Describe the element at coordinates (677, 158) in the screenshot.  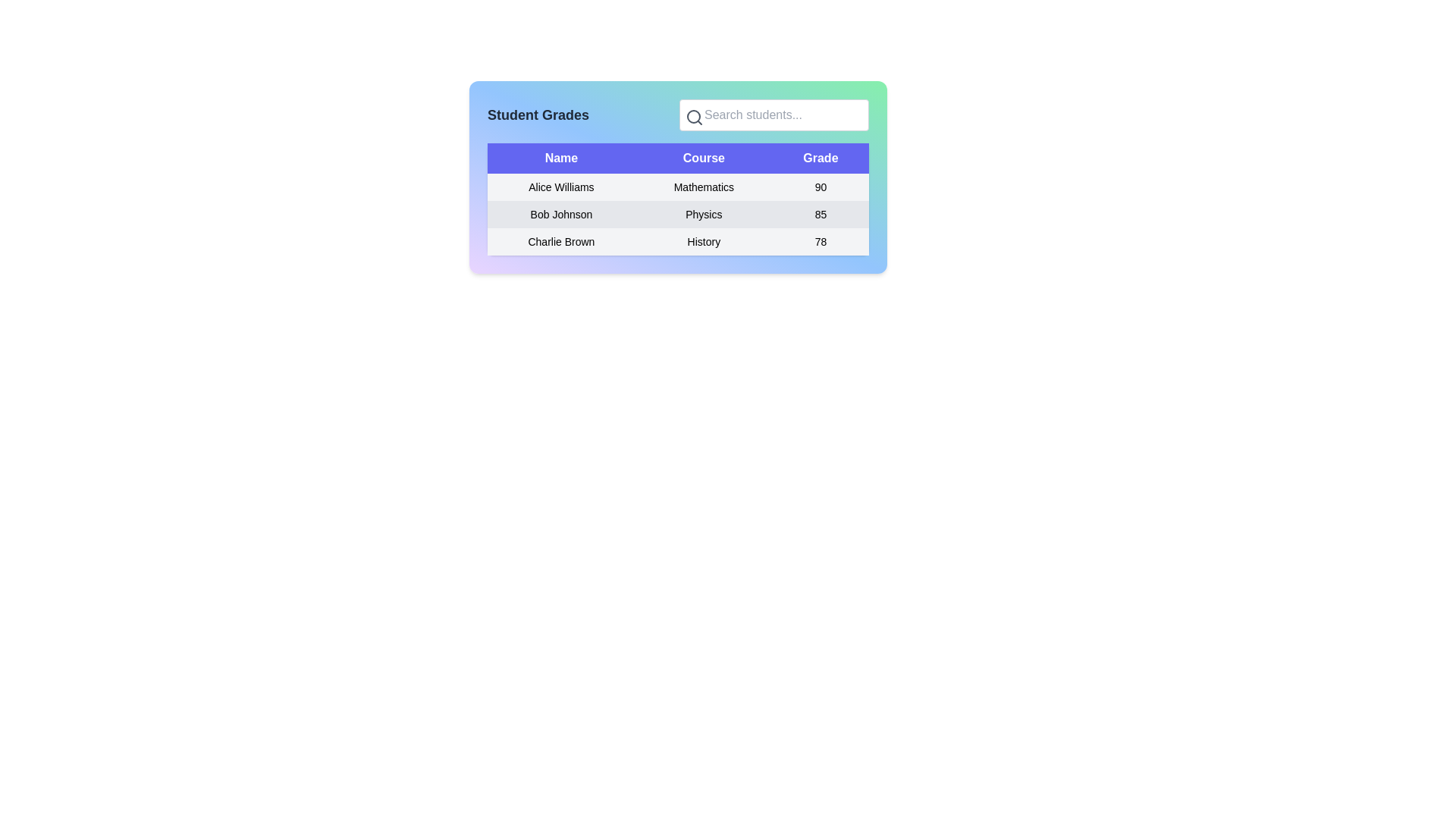
I see `the individual column header of the Table Header Row, which includes labels for 'Name', 'Course', and 'Grade'. This element is positioned directly below the 'Student Grades' title and spans the width of the table` at that location.